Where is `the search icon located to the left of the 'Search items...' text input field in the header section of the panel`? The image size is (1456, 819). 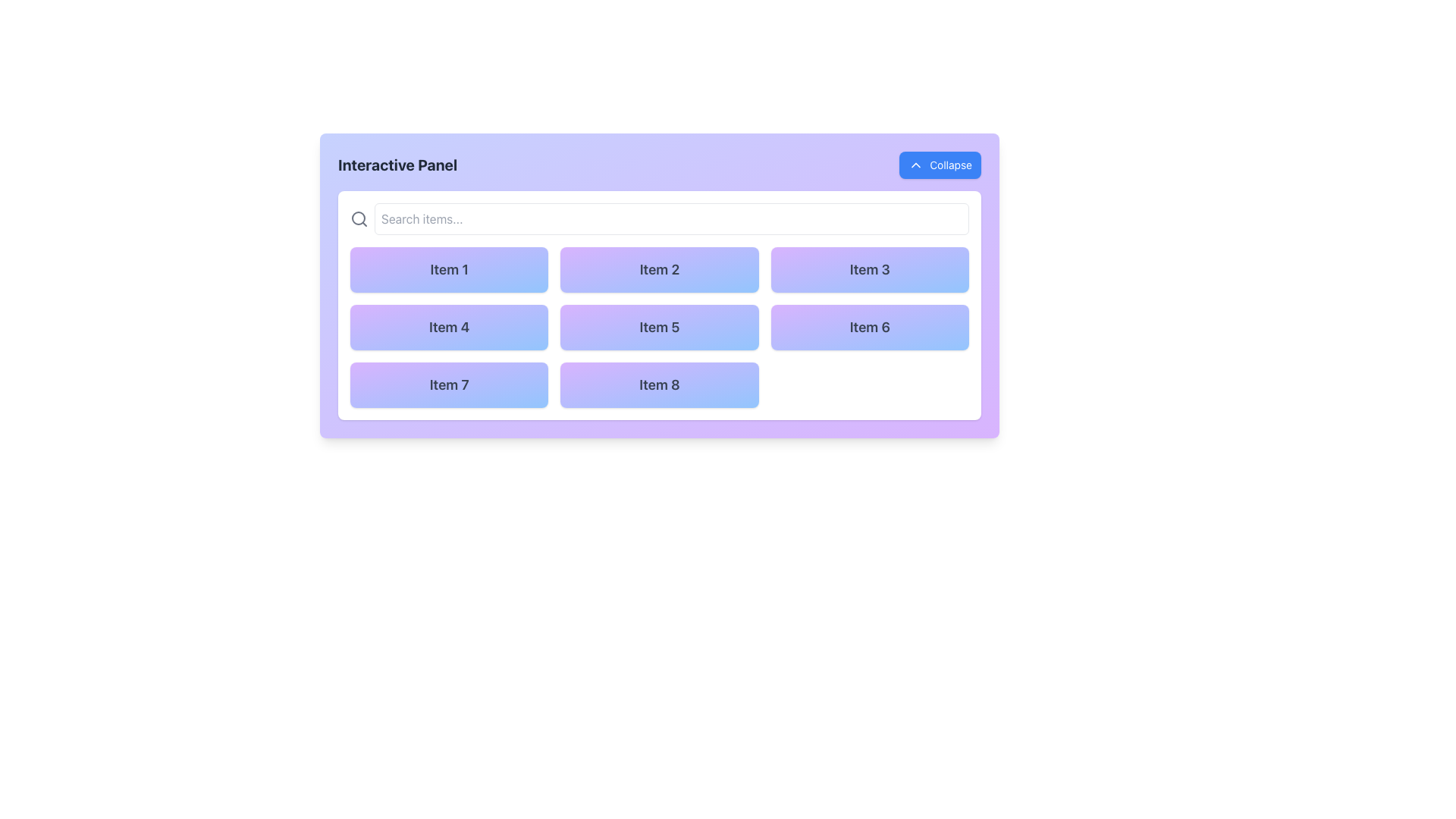
the search icon located to the left of the 'Search items...' text input field in the header section of the panel is located at coordinates (359, 219).